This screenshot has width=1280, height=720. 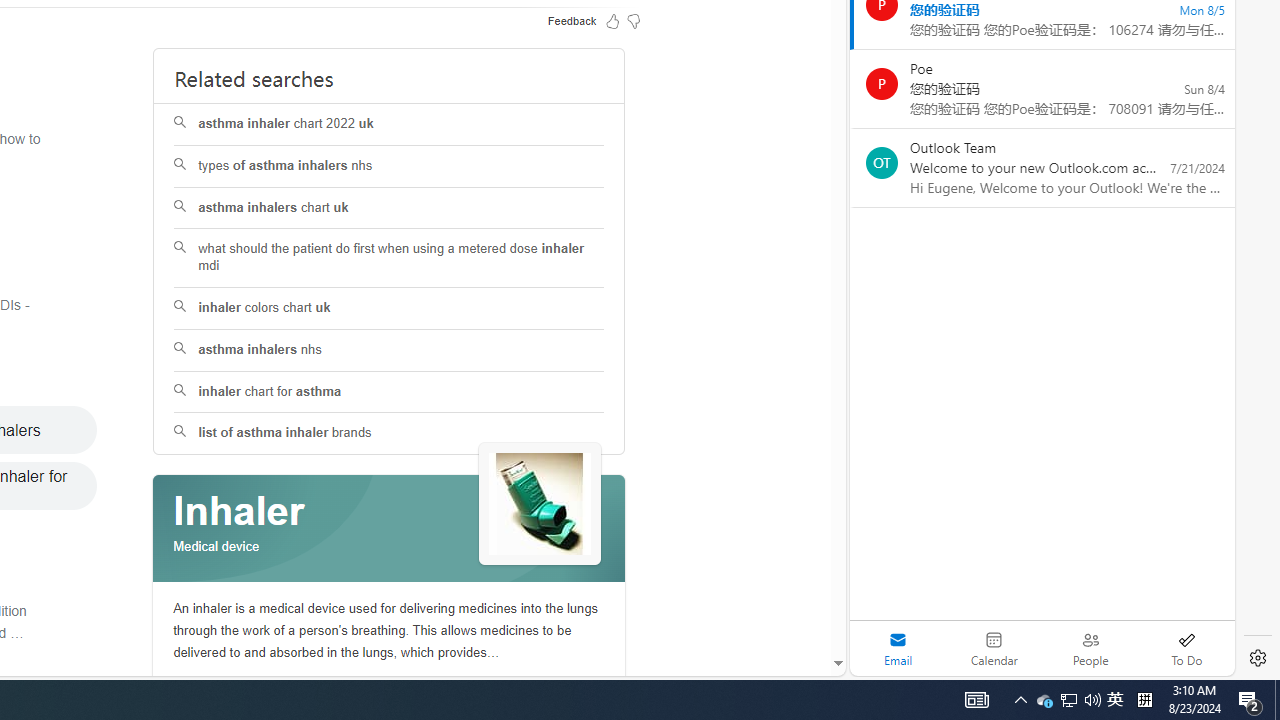 What do you see at coordinates (389, 208) in the screenshot?
I see `'asthma inhalers chart uk'` at bounding box center [389, 208].